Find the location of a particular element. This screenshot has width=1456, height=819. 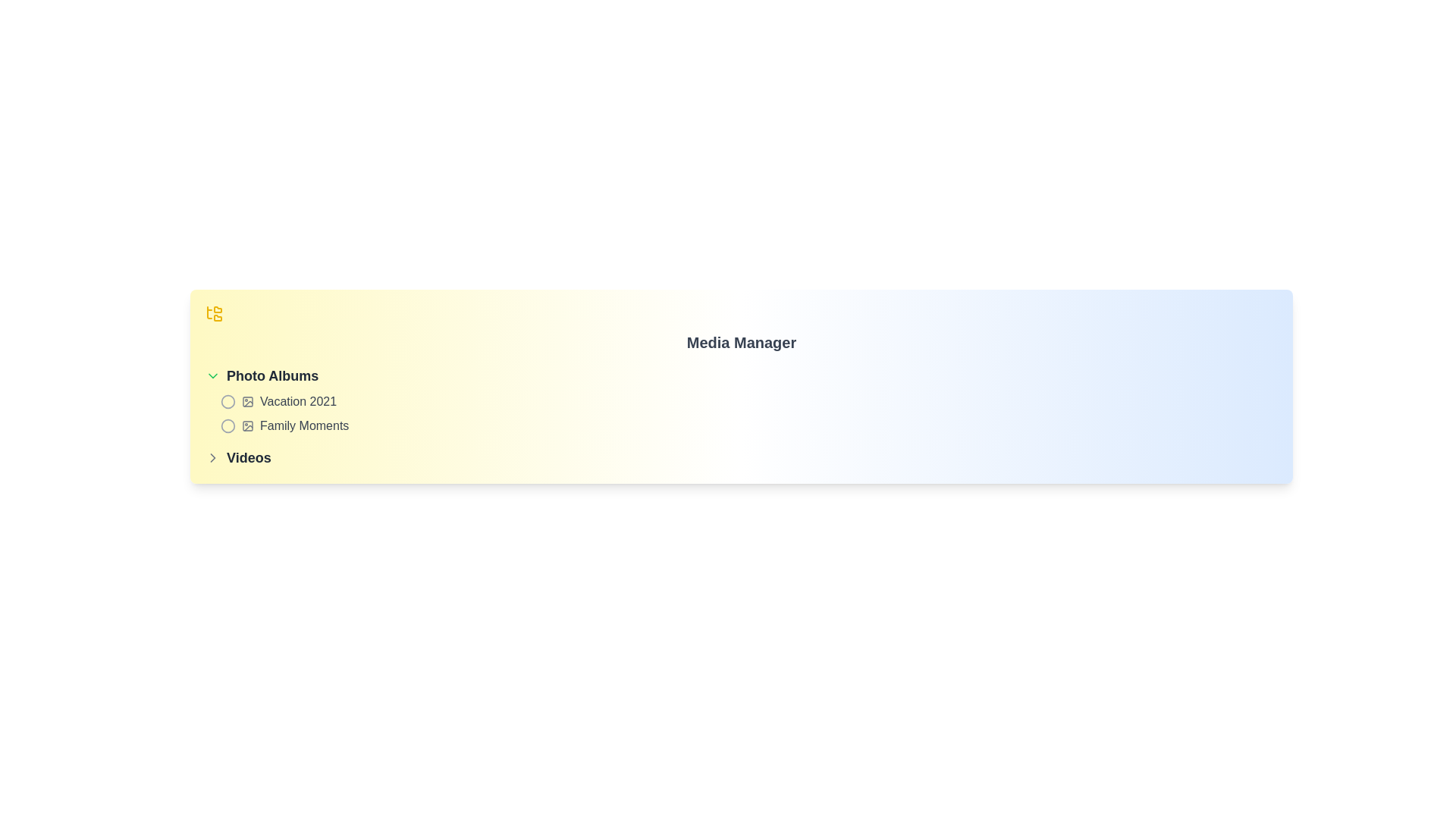

the unfilled circular checkbox styled icon associated with 'Vacation 2021' is located at coordinates (227, 400).